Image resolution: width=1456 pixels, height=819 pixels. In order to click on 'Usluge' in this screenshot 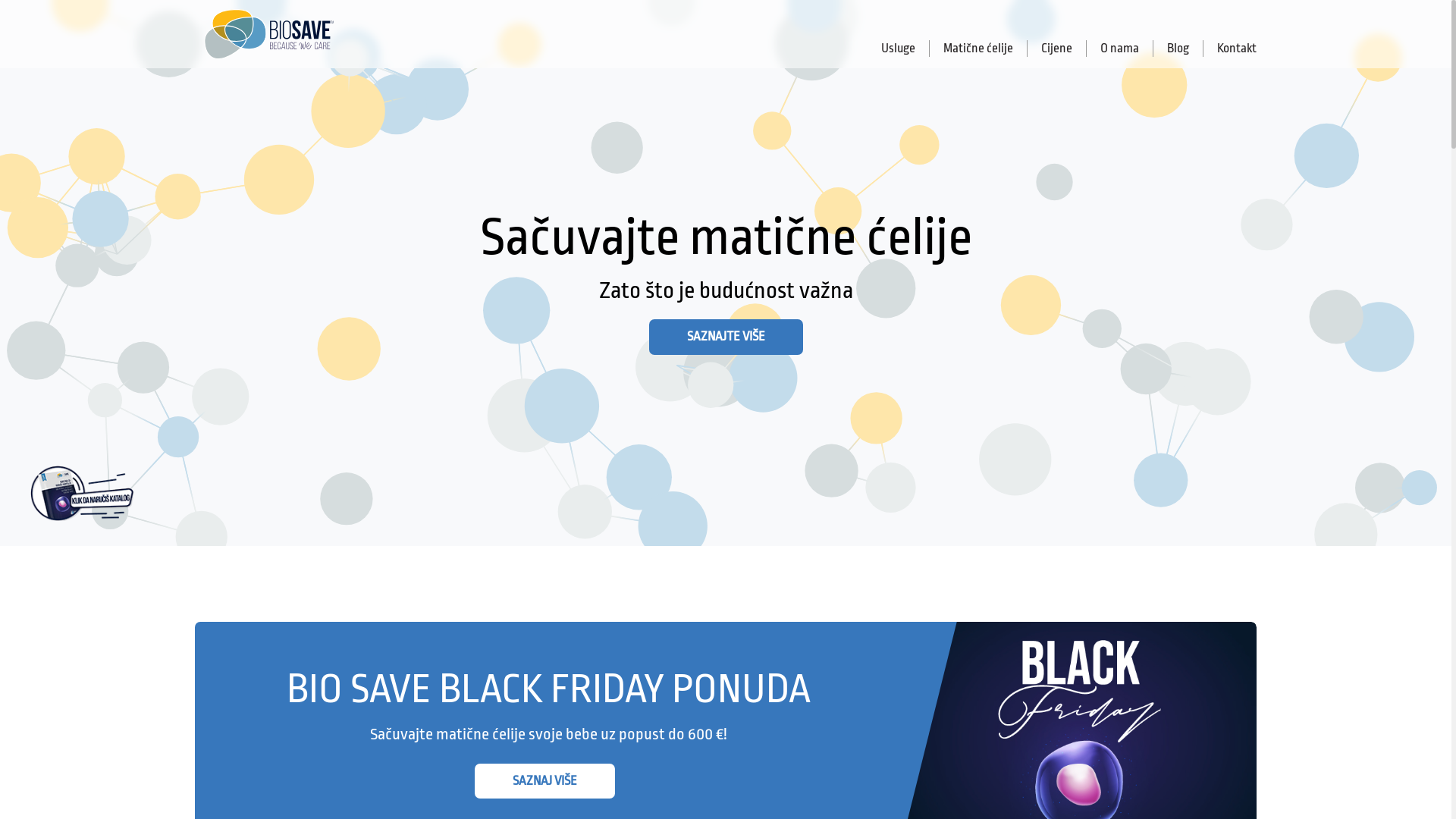, I will do `click(899, 48)`.